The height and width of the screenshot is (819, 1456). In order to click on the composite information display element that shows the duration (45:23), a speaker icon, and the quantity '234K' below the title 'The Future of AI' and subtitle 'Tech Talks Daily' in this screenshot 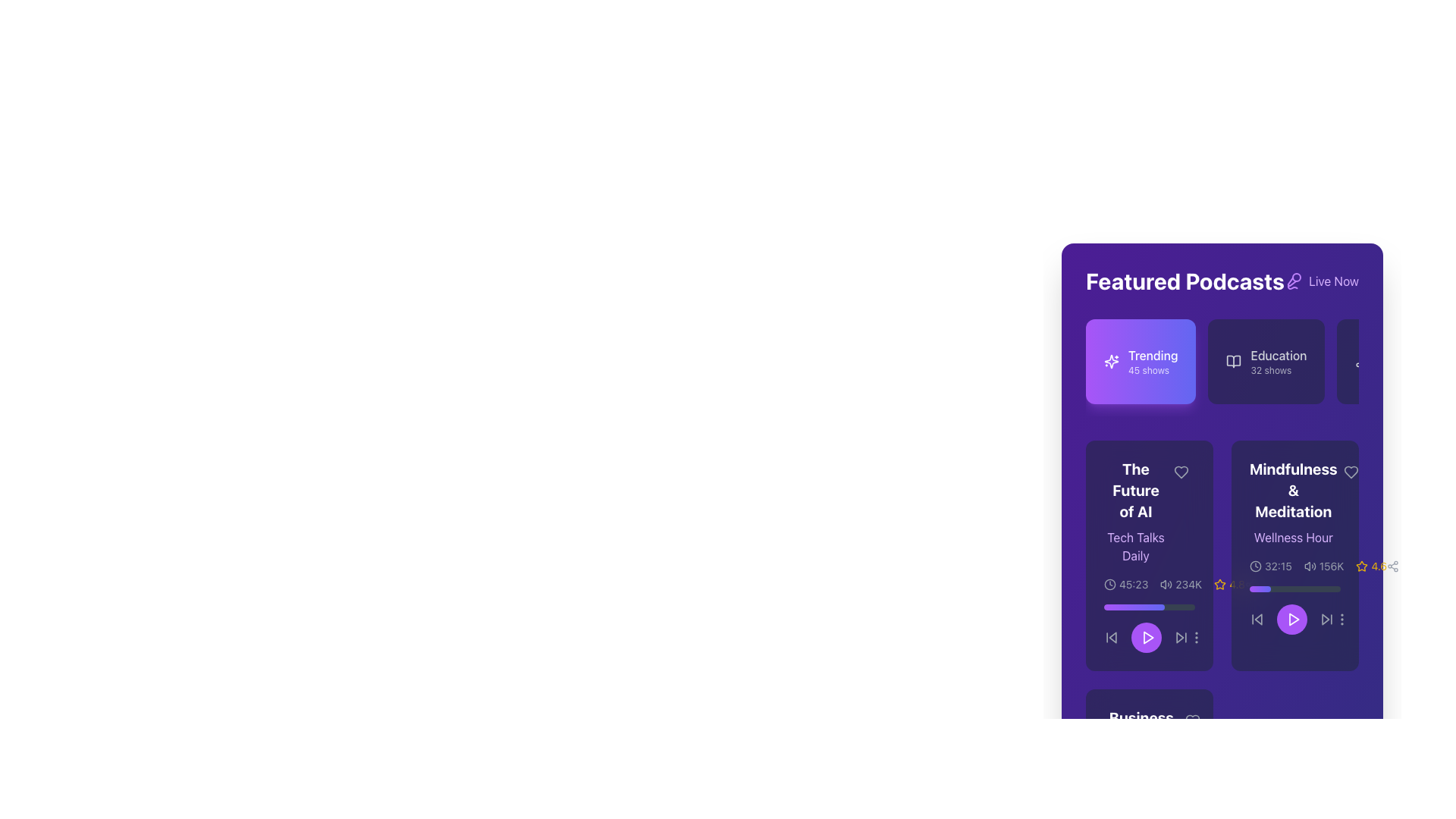, I will do `click(1150, 584)`.